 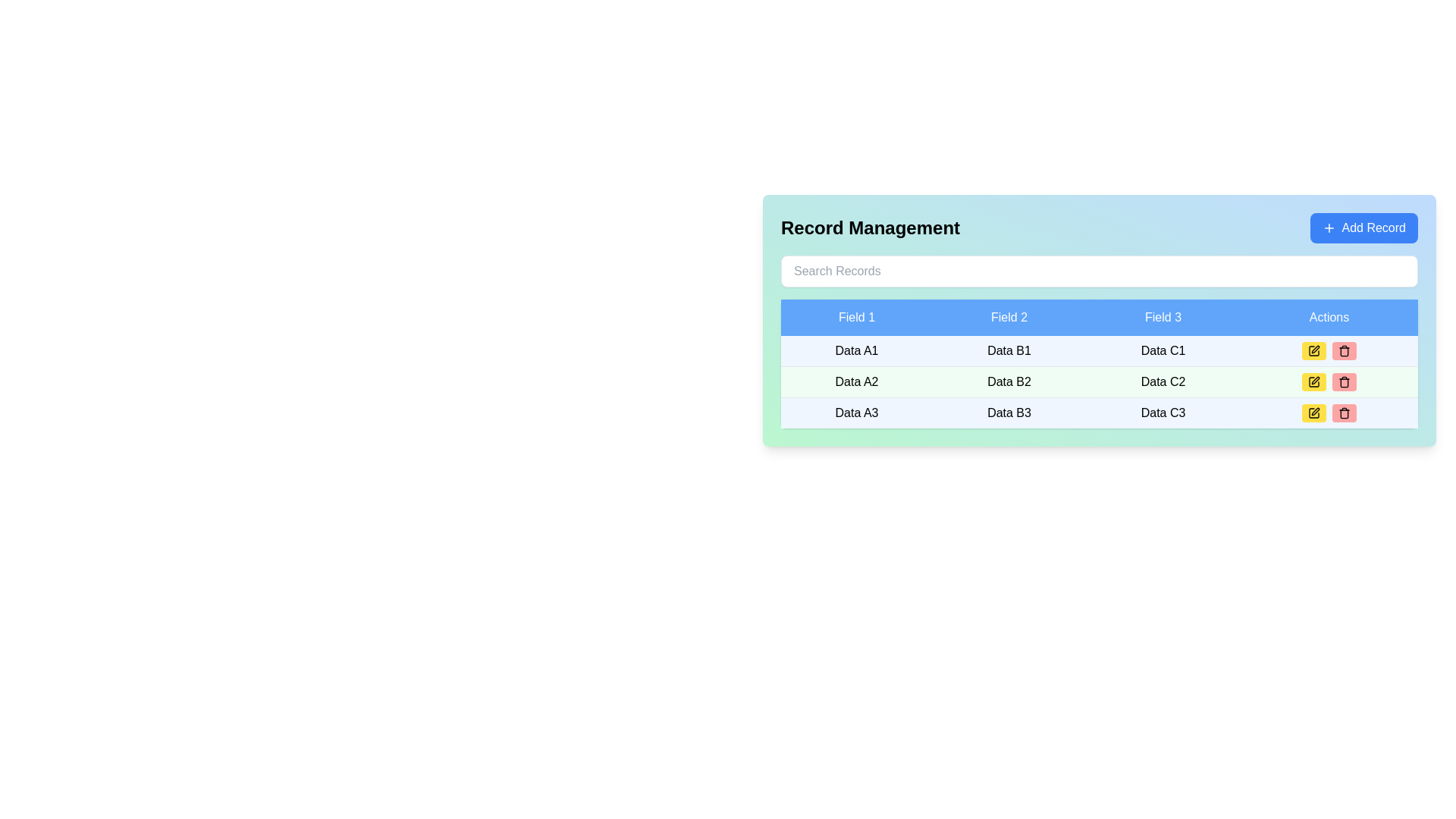 What do you see at coordinates (1328, 350) in the screenshot?
I see `the delete button in the second row of the Action group located in the Actions column of the table` at bounding box center [1328, 350].